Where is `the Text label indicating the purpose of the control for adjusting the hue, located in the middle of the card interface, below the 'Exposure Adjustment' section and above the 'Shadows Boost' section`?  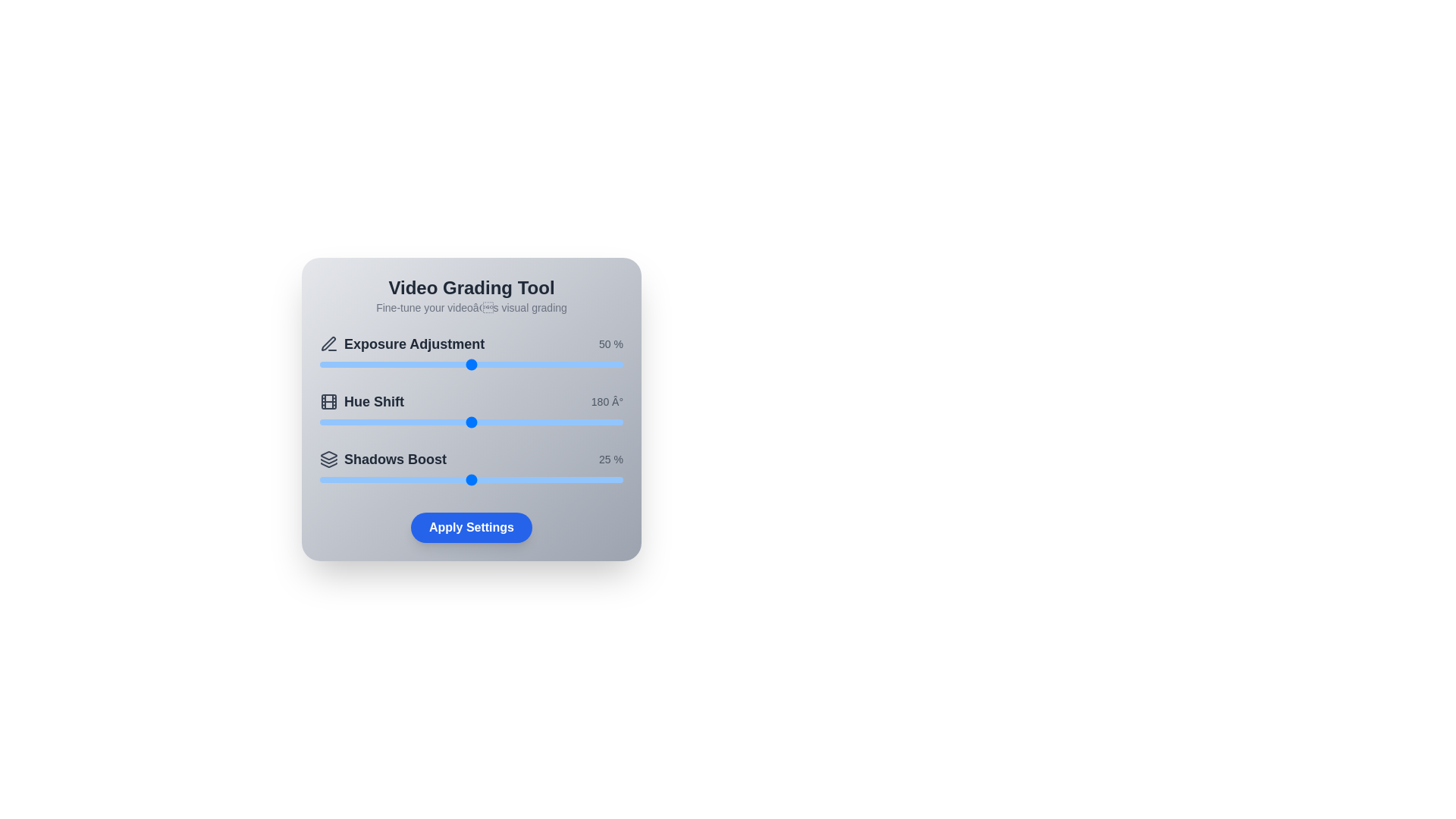
the Text label indicating the purpose of the control for adjusting the hue, located in the middle of the card interface, below the 'Exposure Adjustment' section and above the 'Shadows Boost' section is located at coordinates (374, 400).